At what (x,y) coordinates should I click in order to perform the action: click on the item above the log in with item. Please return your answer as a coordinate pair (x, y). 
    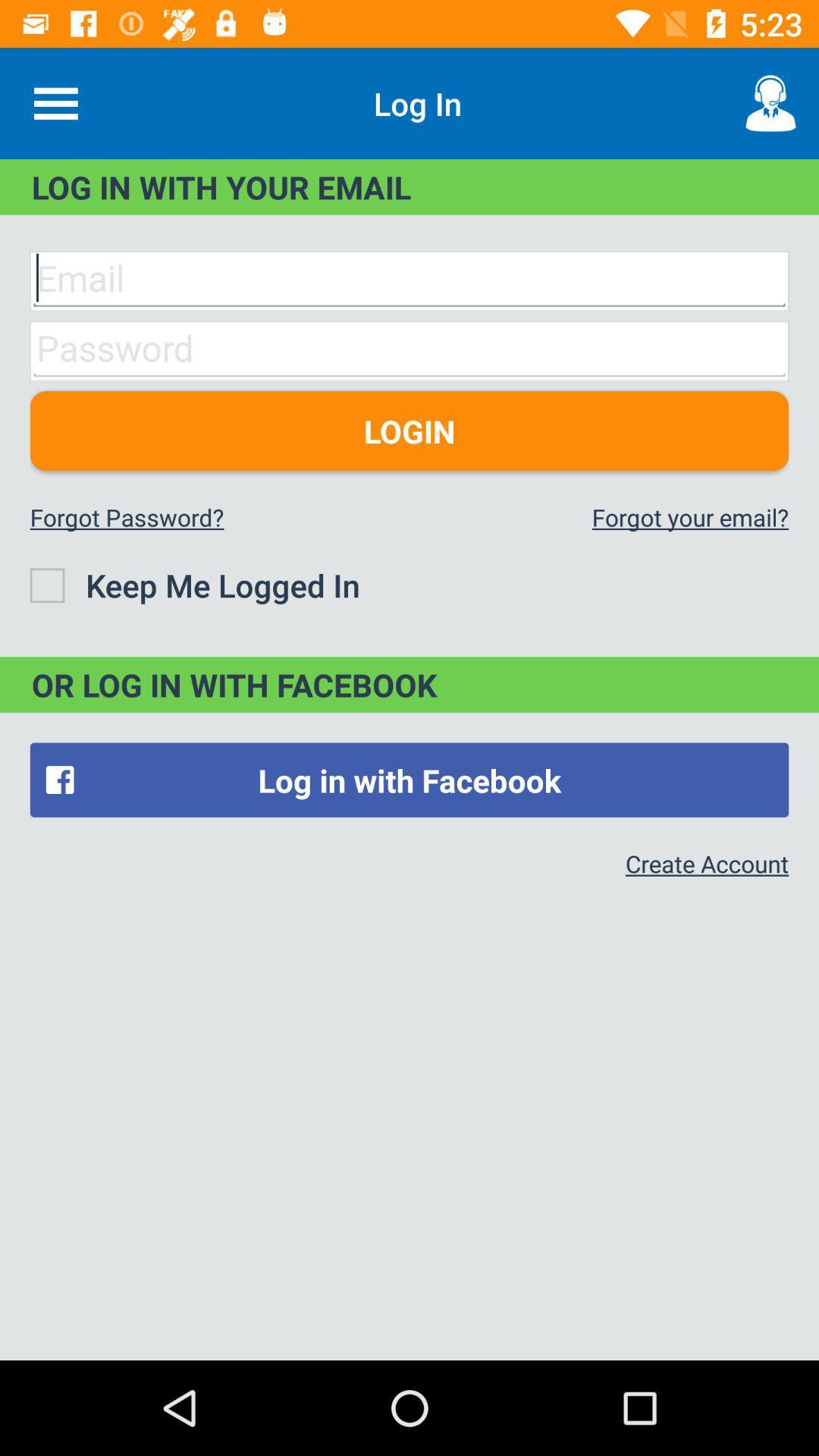
    Looking at the image, I should click on (771, 102).